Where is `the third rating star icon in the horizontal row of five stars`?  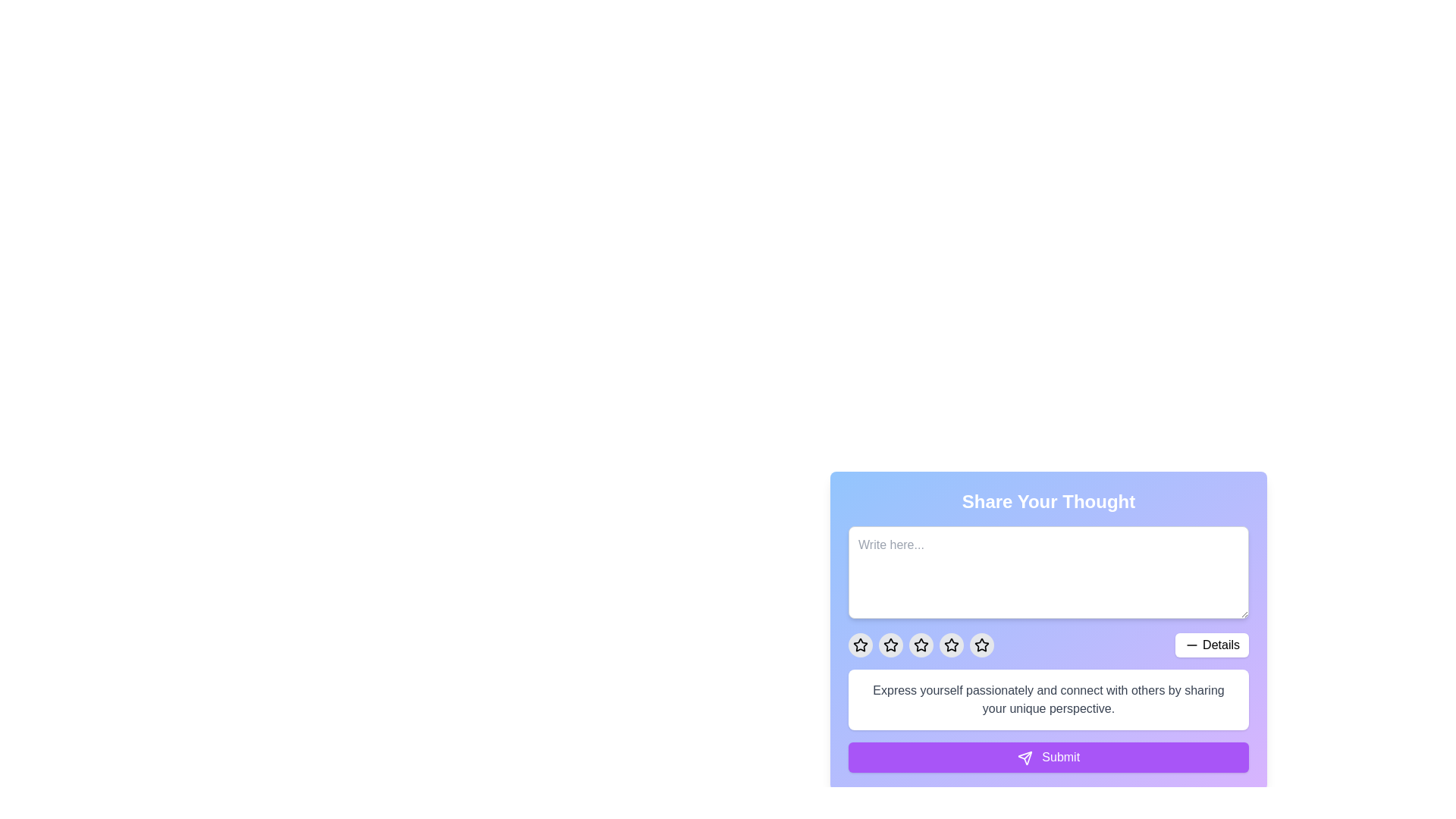 the third rating star icon in the horizontal row of five stars is located at coordinates (920, 645).